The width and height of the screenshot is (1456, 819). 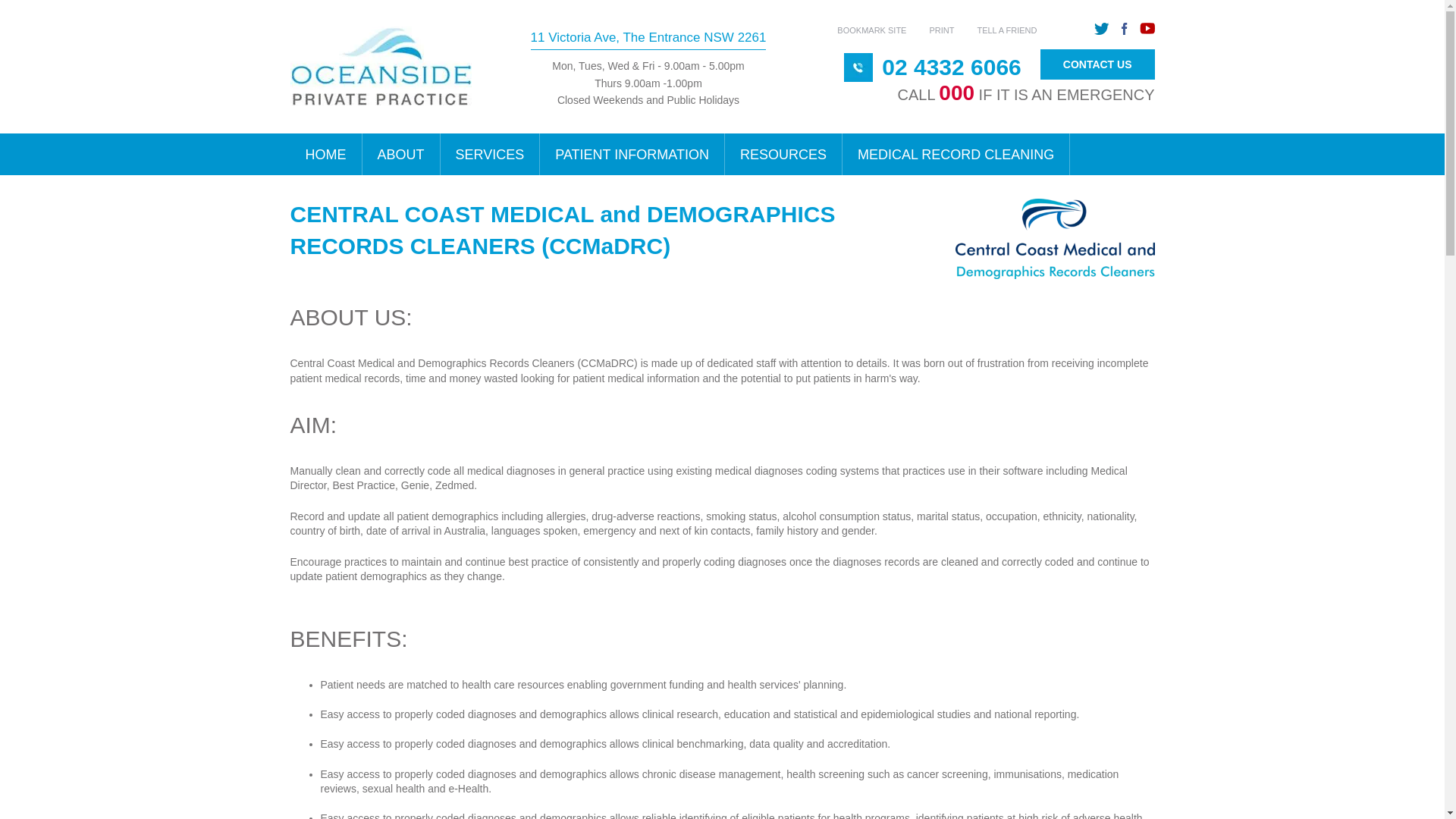 What do you see at coordinates (1040, 64) in the screenshot?
I see `'CONTACT US'` at bounding box center [1040, 64].